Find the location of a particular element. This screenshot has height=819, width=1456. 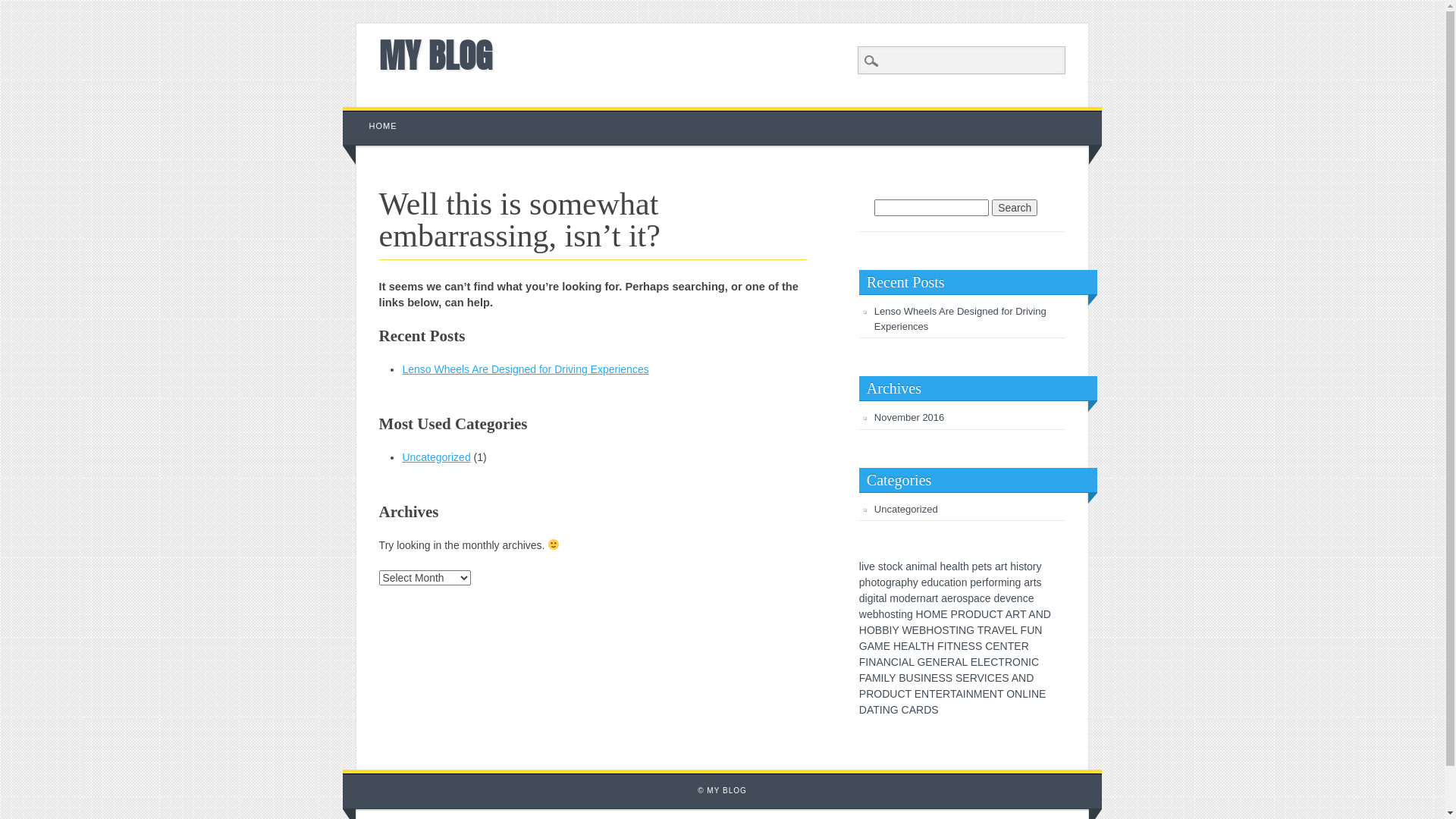

'w' is located at coordinates (862, 614).